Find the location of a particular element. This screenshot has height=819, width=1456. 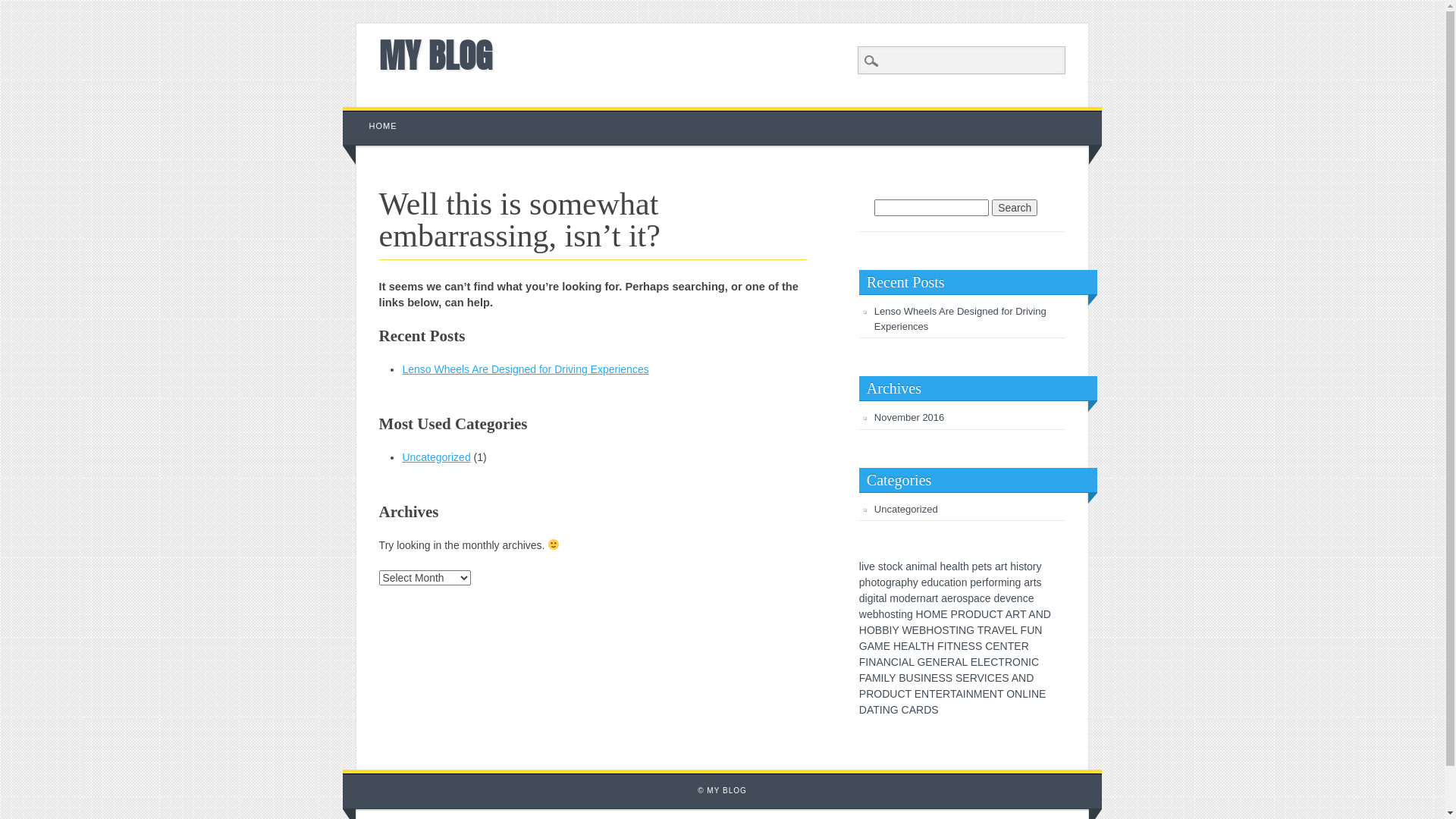

'w' is located at coordinates (862, 614).